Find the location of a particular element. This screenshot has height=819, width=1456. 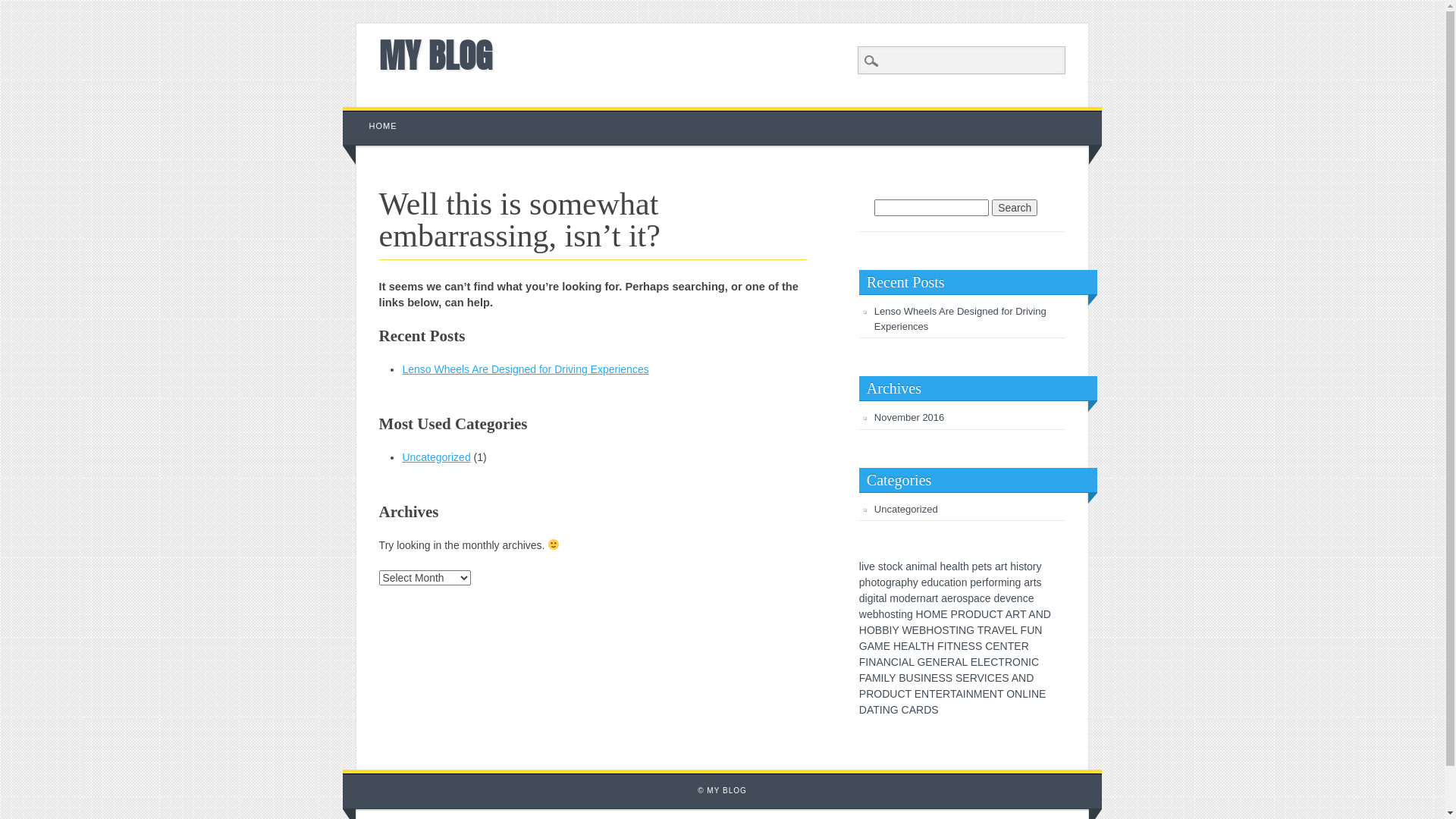

'w' is located at coordinates (862, 614).